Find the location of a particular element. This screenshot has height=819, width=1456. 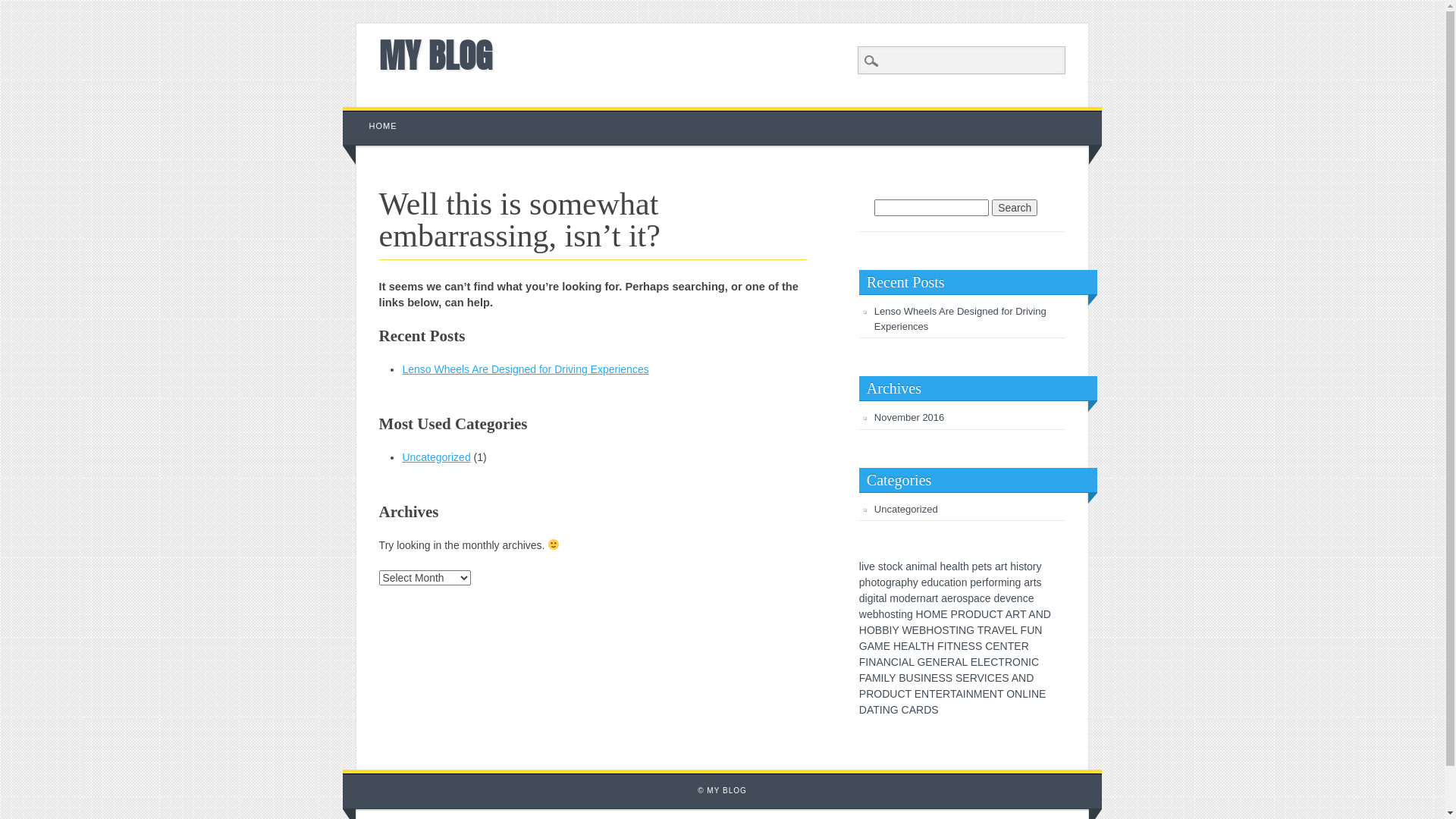

'w' is located at coordinates (862, 614).